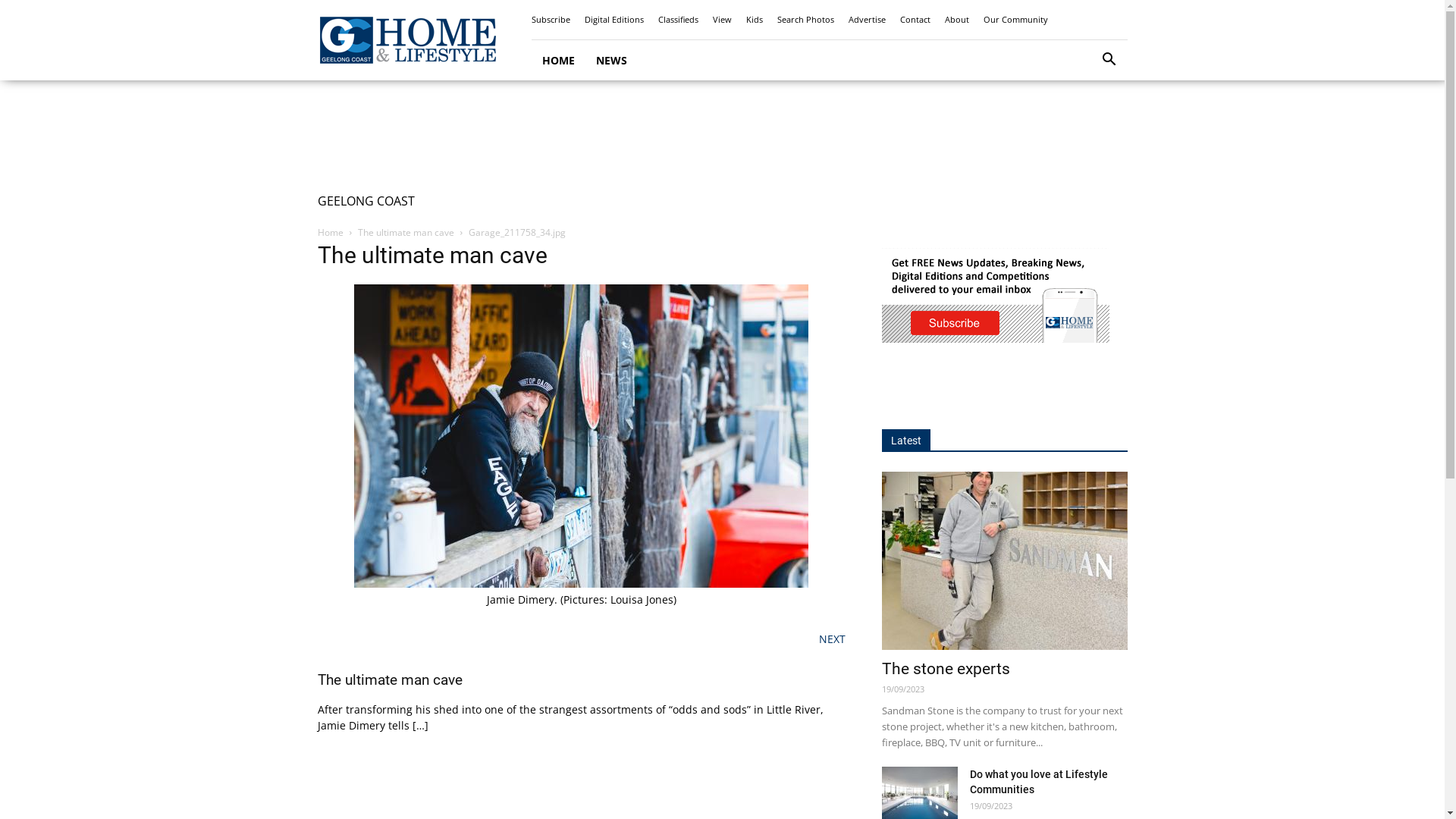 This screenshot has height=819, width=1456. What do you see at coordinates (1004, 560) in the screenshot?
I see `'The stone experts'` at bounding box center [1004, 560].